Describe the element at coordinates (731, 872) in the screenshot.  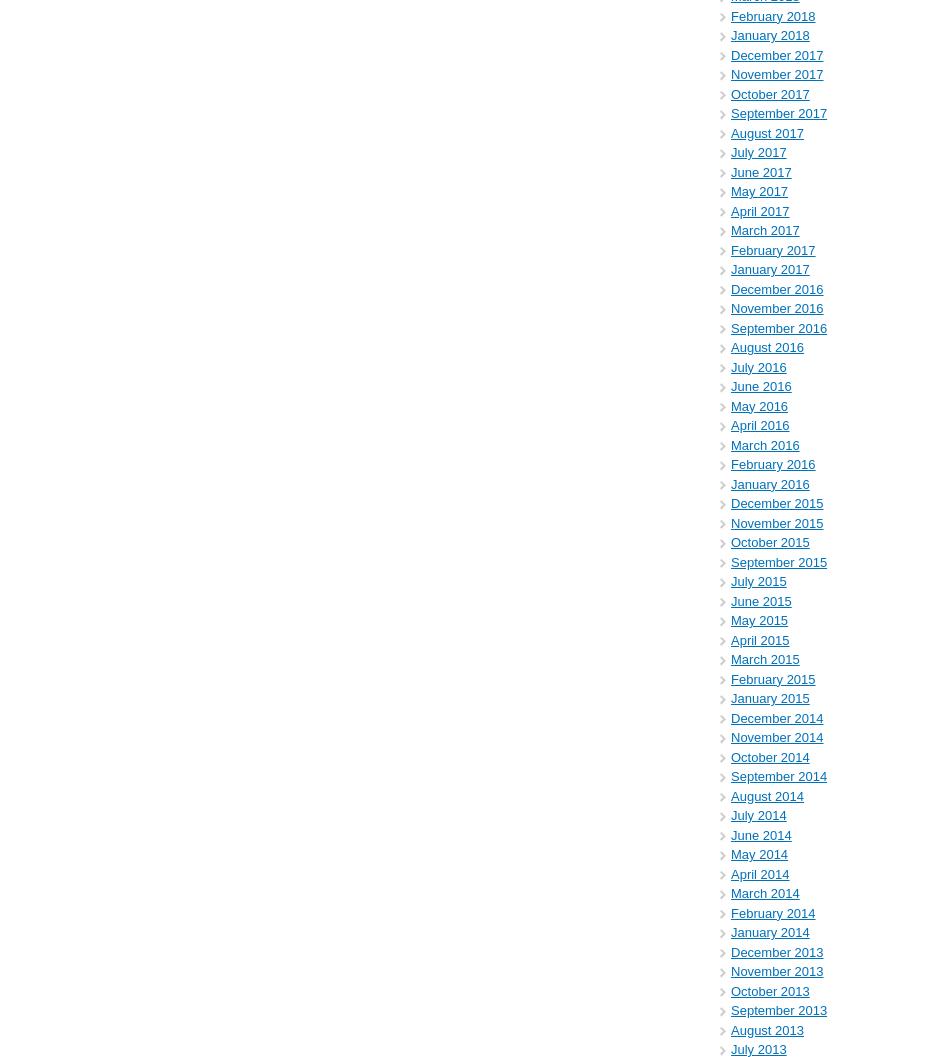
I see `'April 2014'` at that location.